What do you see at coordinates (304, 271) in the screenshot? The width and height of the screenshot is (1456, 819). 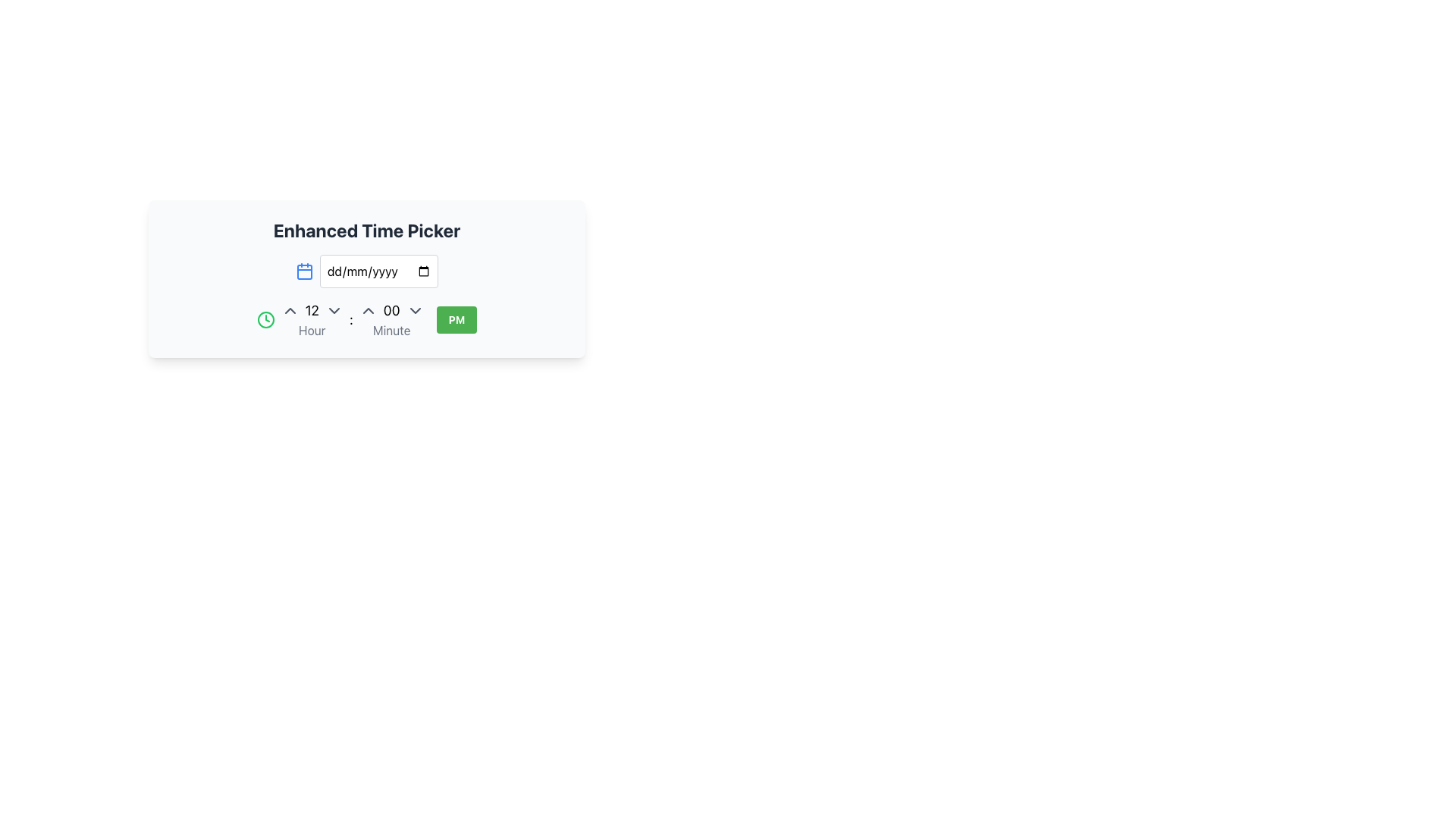 I see `the blue-colored calendar icon located immediately to the left of the text field labeled 'dd/mm/yyyy'` at bounding box center [304, 271].